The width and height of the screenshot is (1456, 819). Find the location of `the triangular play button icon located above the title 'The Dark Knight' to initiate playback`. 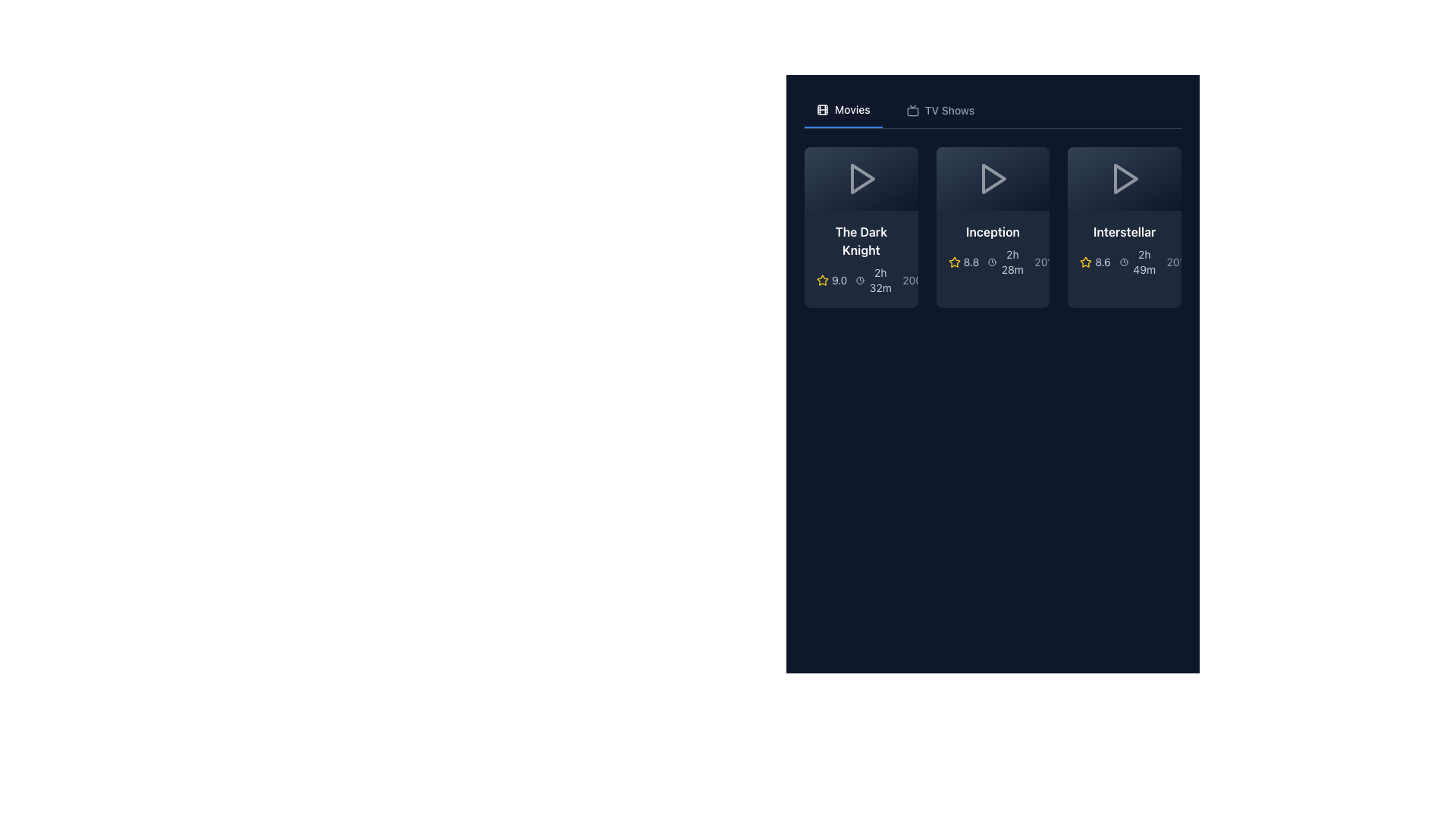

the triangular play button icon located above the title 'The Dark Knight' to initiate playback is located at coordinates (862, 178).